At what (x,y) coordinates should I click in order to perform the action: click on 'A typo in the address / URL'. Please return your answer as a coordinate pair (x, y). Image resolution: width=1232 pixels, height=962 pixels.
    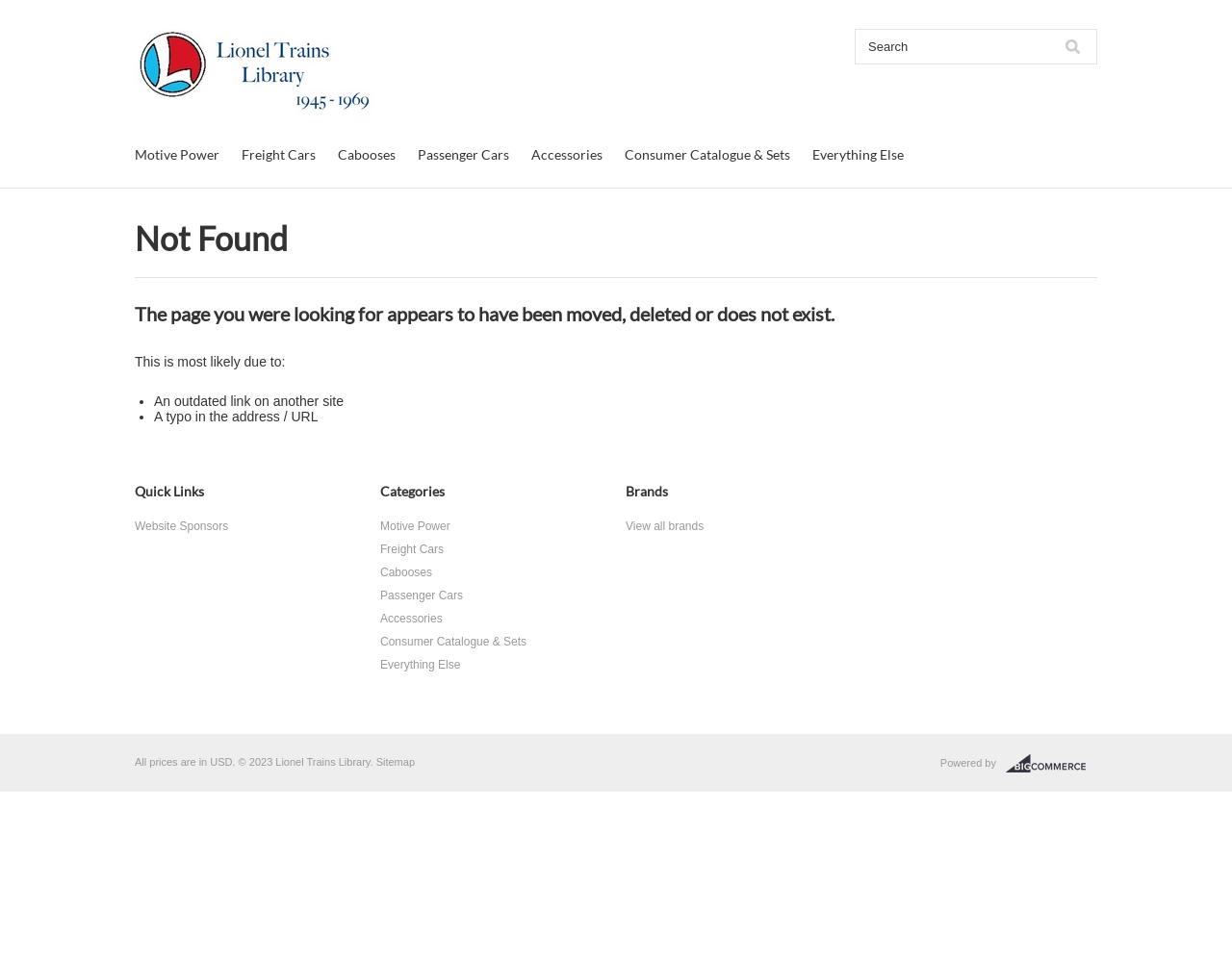
    Looking at the image, I should click on (234, 417).